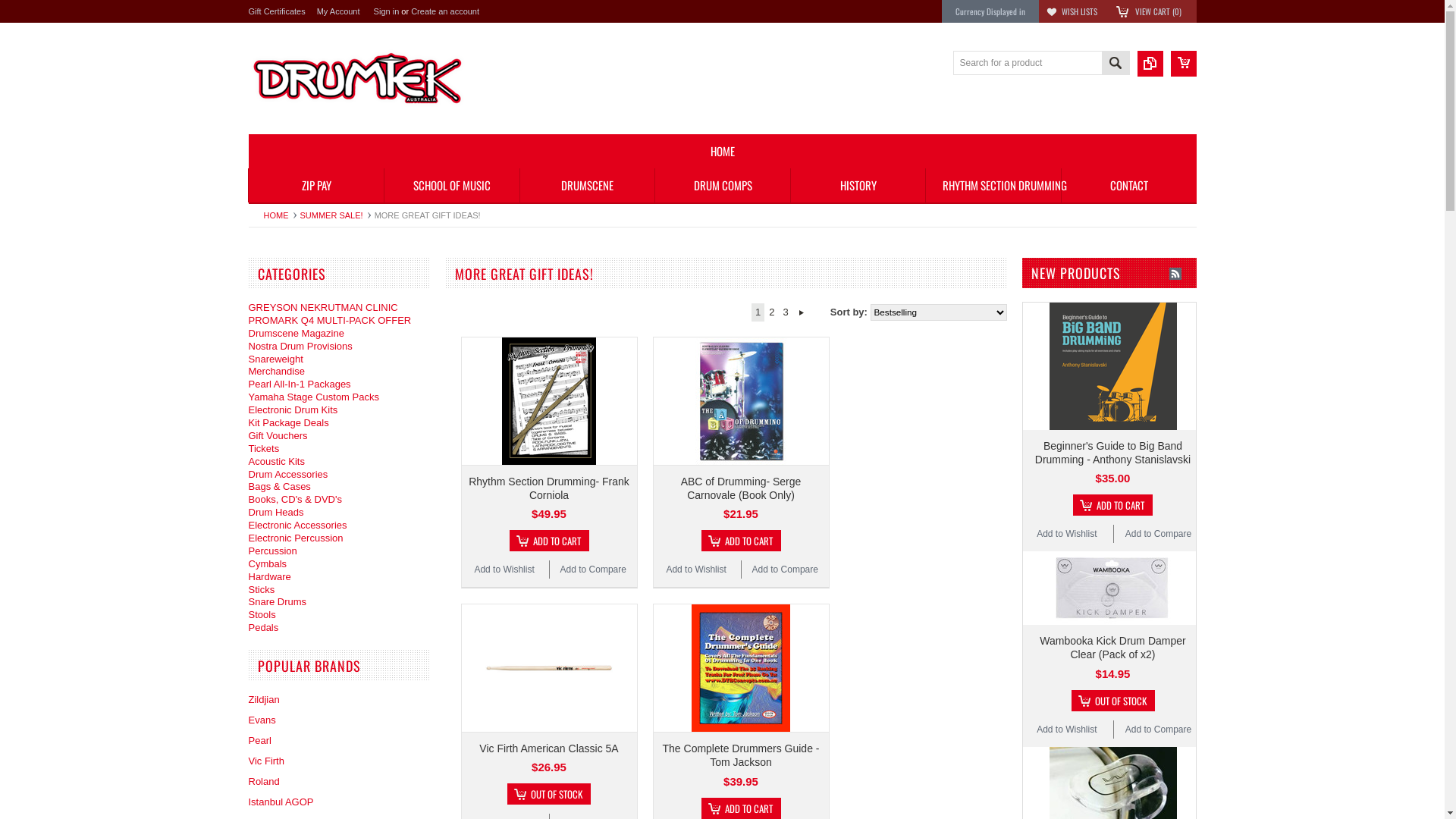  Describe the element at coordinates (479, 748) in the screenshot. I see `'Vic Firth American Classic 5A'` at that location.